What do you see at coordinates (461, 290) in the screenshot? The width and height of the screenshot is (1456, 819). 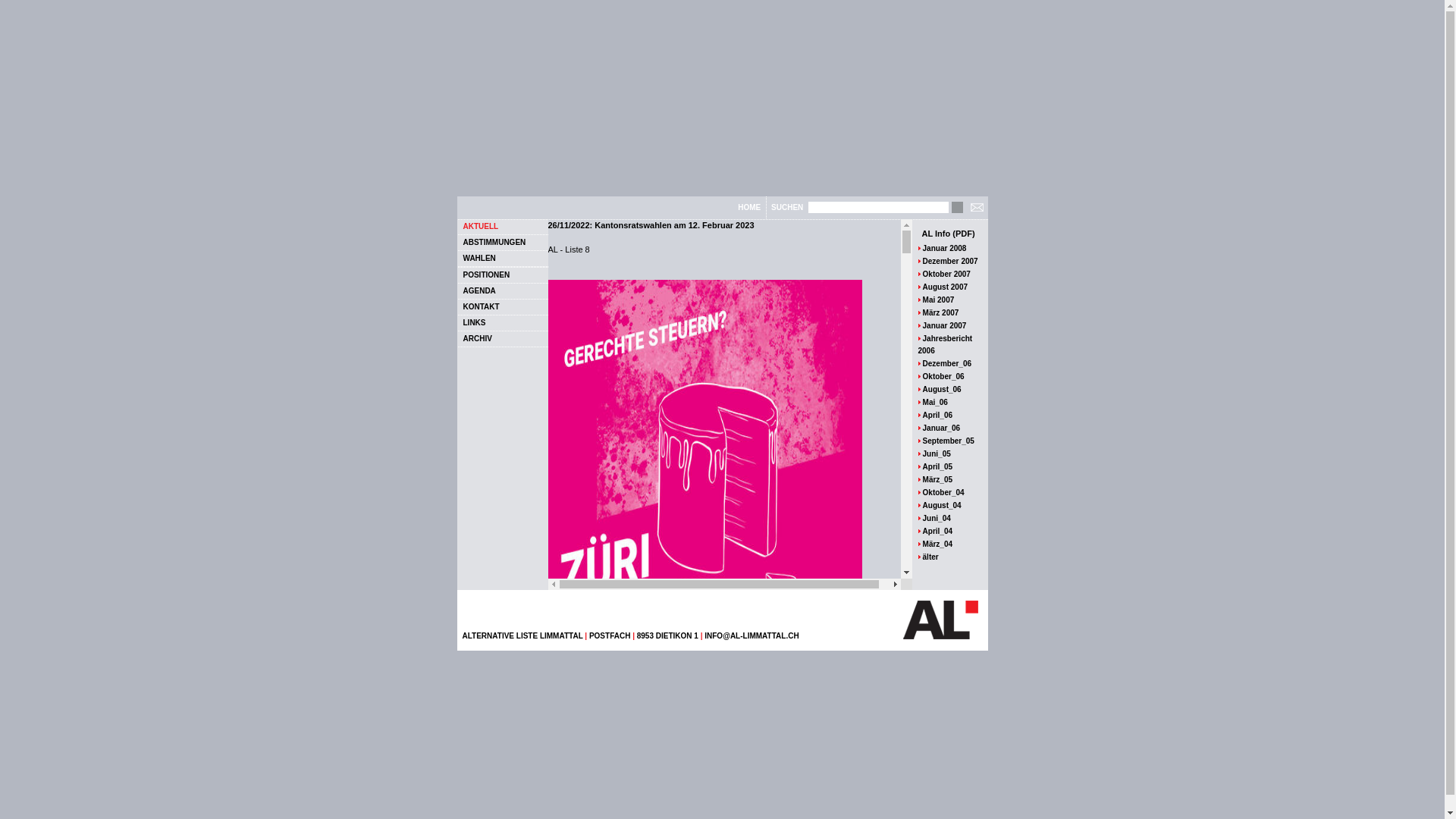 I see `'AGENDA'` at bounding box center [461, 290].